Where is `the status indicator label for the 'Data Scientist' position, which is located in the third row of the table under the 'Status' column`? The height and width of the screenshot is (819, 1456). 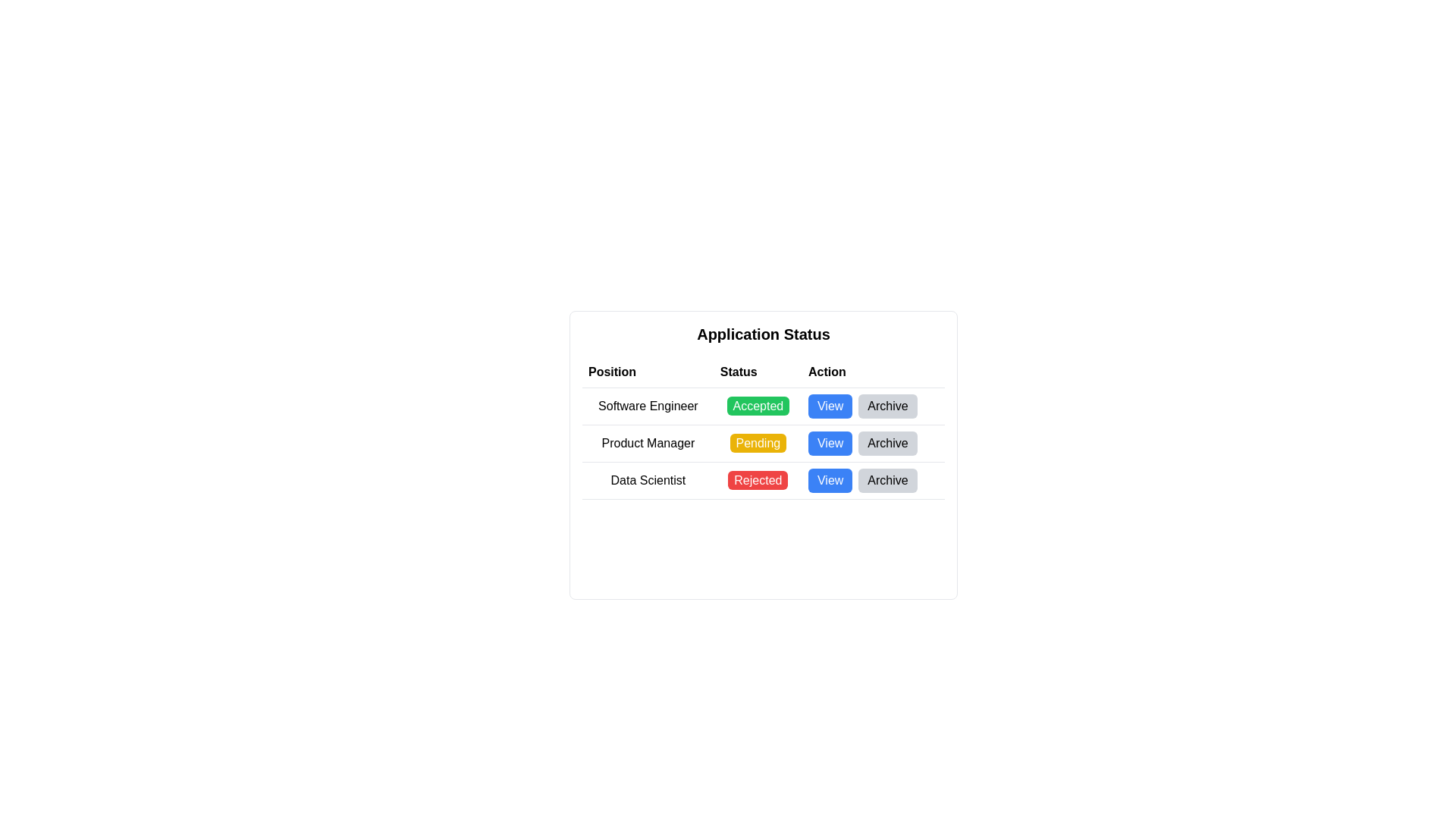 the status indicator label for the 'Data Scientist' position, which is located in the third row of the table under the 'Status' column is located at coordinates (758, 480).